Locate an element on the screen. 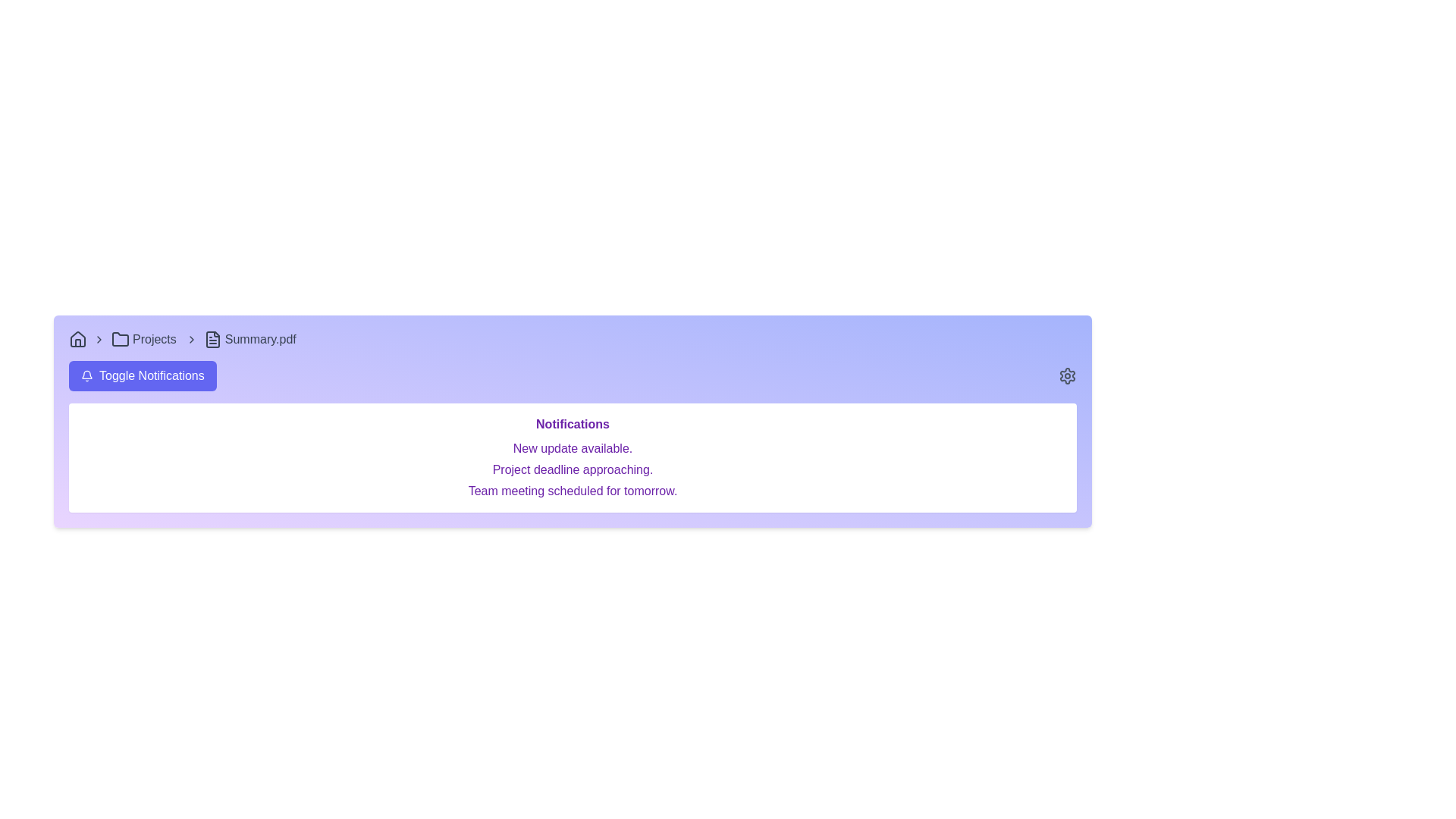 This screenshot has width=1456, height=819. the toggle button for managing notifications located in the header bar, positioned to the left of the settings icon is located at coordinates (143, 375).